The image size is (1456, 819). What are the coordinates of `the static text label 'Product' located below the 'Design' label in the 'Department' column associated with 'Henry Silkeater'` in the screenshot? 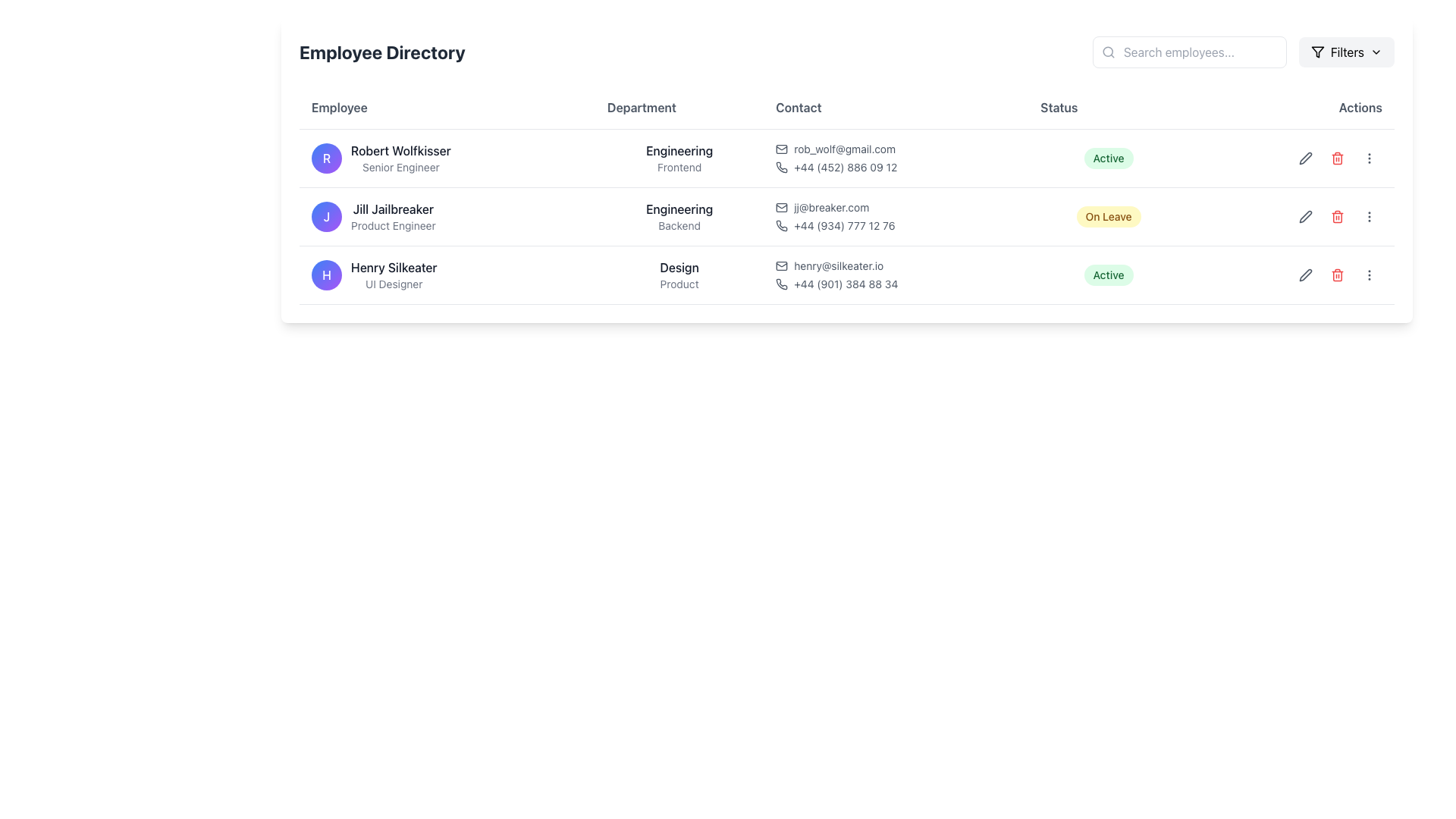 It's located at (679, 284).